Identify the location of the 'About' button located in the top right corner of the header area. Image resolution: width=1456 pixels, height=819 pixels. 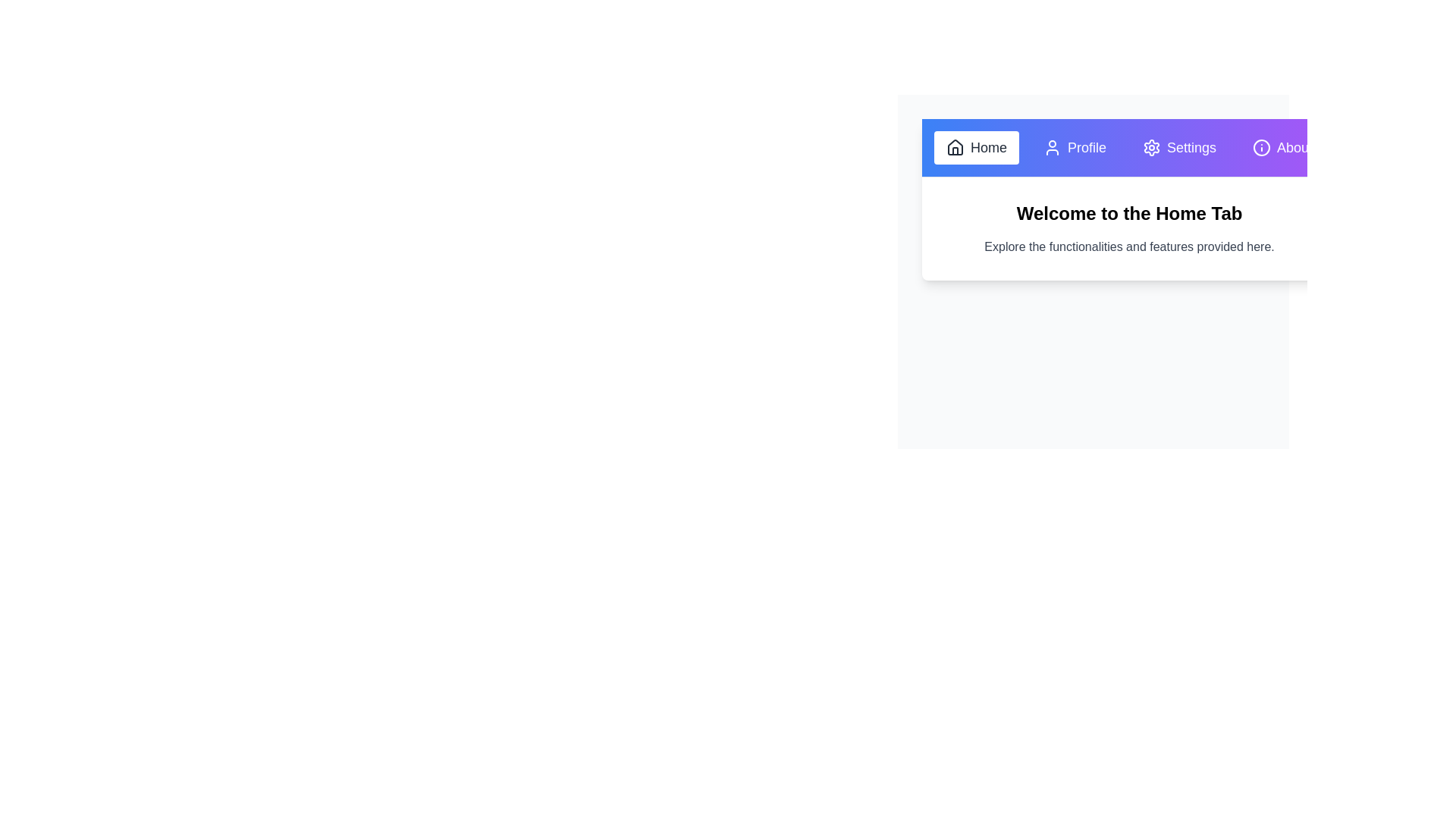
(1281, 148).